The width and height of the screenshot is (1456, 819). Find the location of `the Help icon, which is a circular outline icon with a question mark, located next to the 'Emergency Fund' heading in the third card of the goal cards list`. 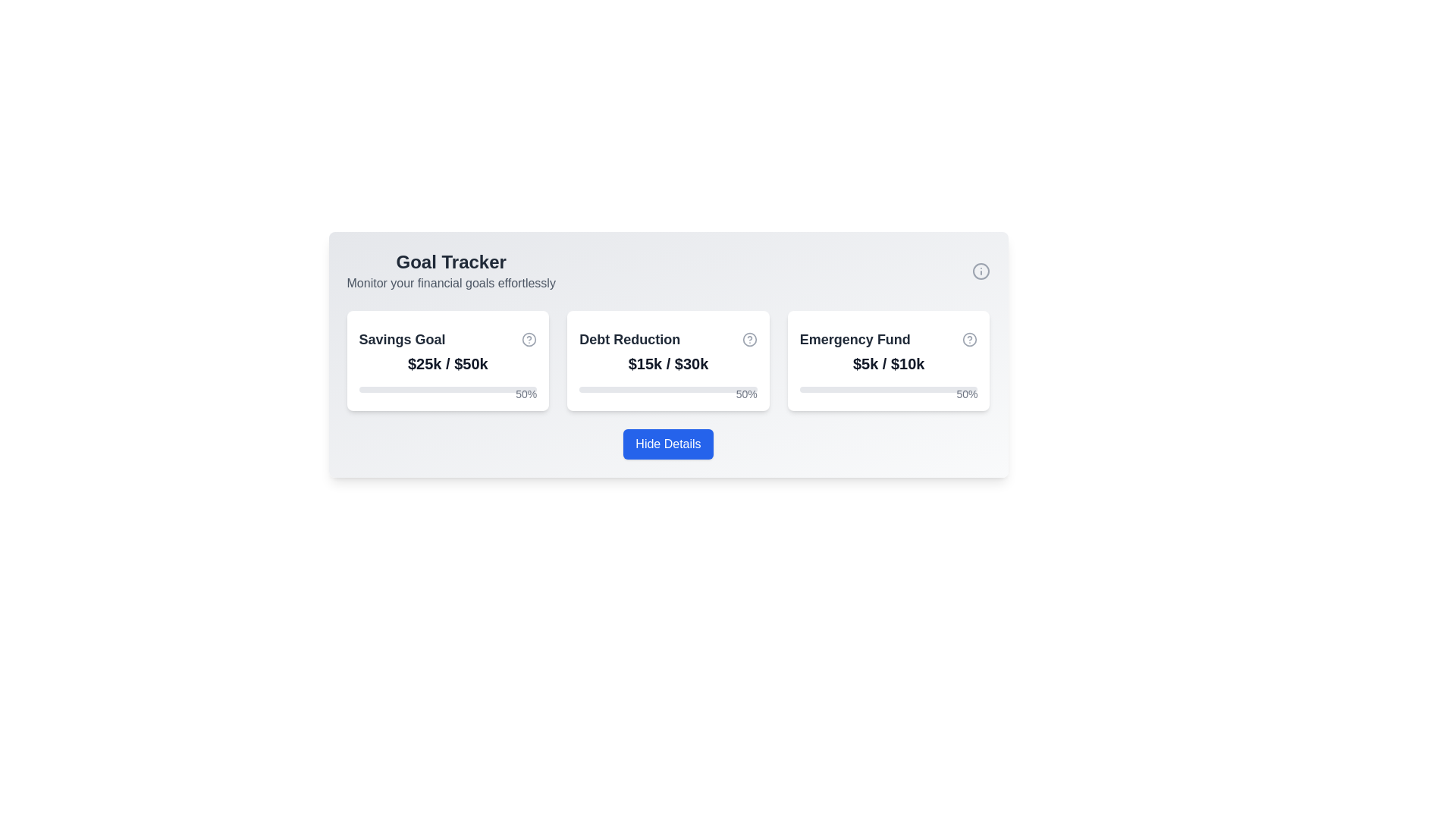

the Help icon, which is a circular outline icon with a question mark, located next to the 'Emergency Fund' heading in the third card of the goal cards list is located at coordinates (969, 338).